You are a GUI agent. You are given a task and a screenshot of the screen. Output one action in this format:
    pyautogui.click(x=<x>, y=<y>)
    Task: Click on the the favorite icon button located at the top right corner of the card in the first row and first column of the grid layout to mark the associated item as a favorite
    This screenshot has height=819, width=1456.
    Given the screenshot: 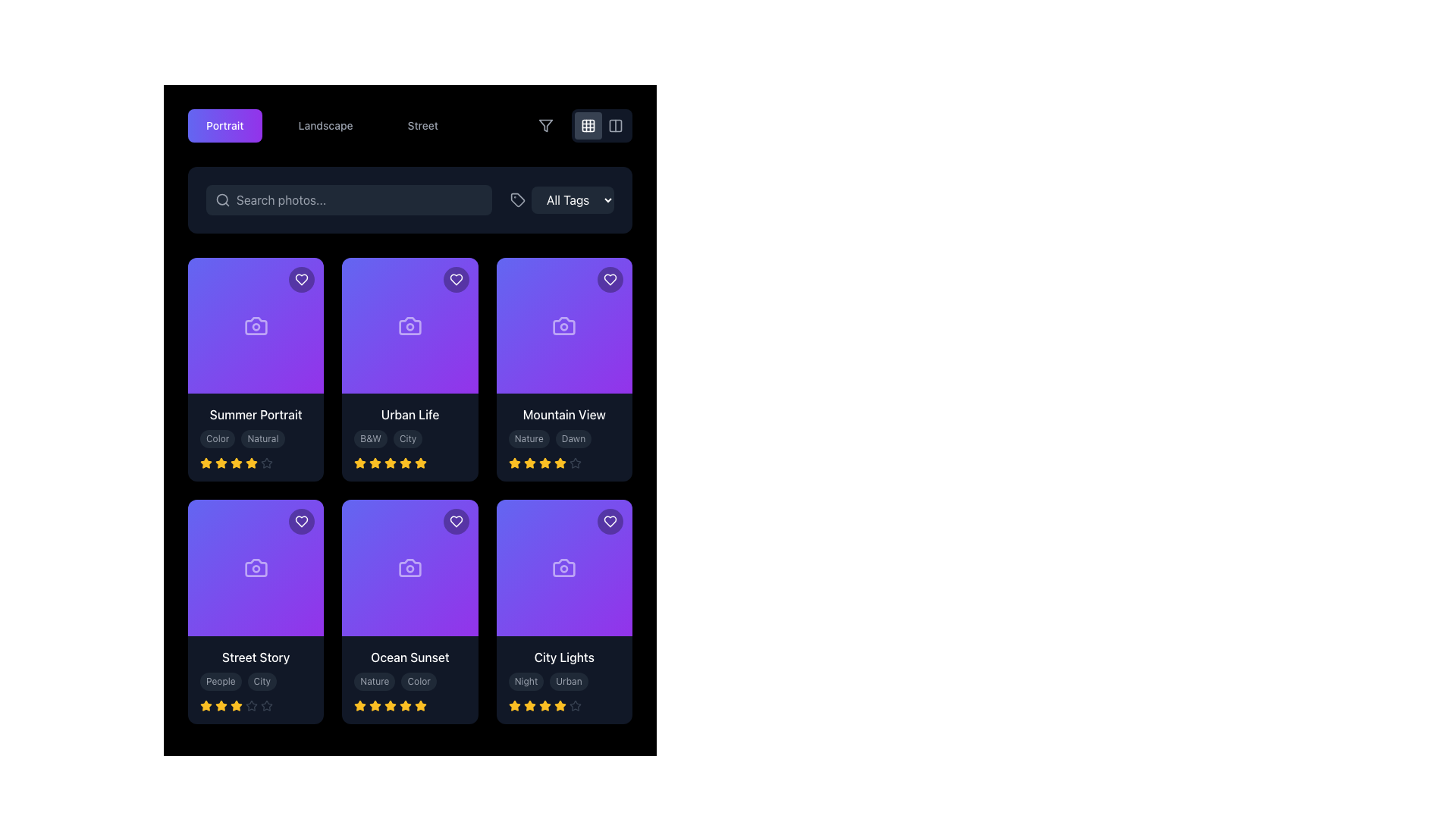 What is the action you would take?
    pyautogui.click(x=302, y=280)
    